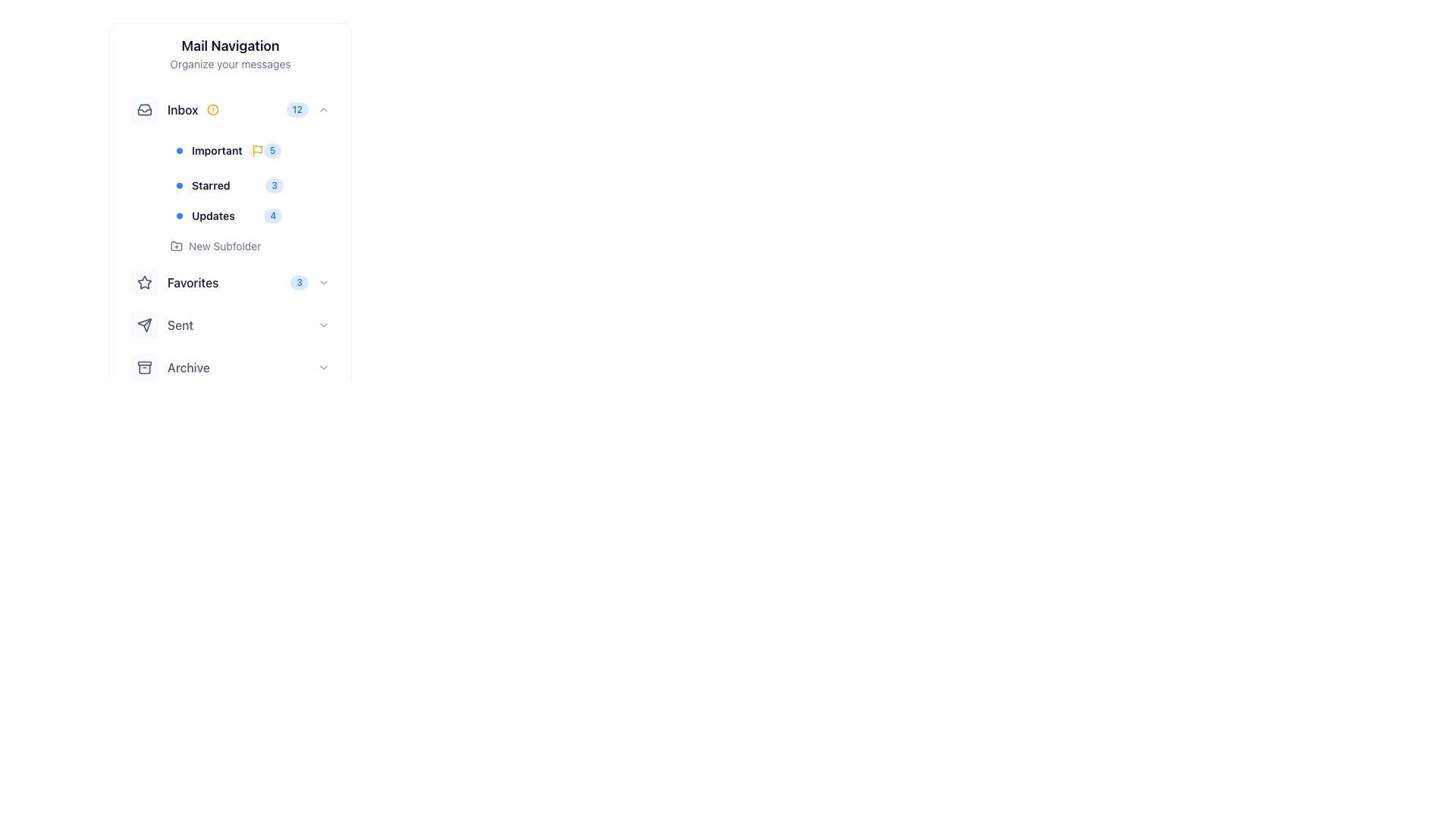 The height and width of the screenshot is (819, 1456). I want to click on the SVG icon representing the 'Archive' functionality in the Mail Navigation sidebar to change its color, so click(145, 368).